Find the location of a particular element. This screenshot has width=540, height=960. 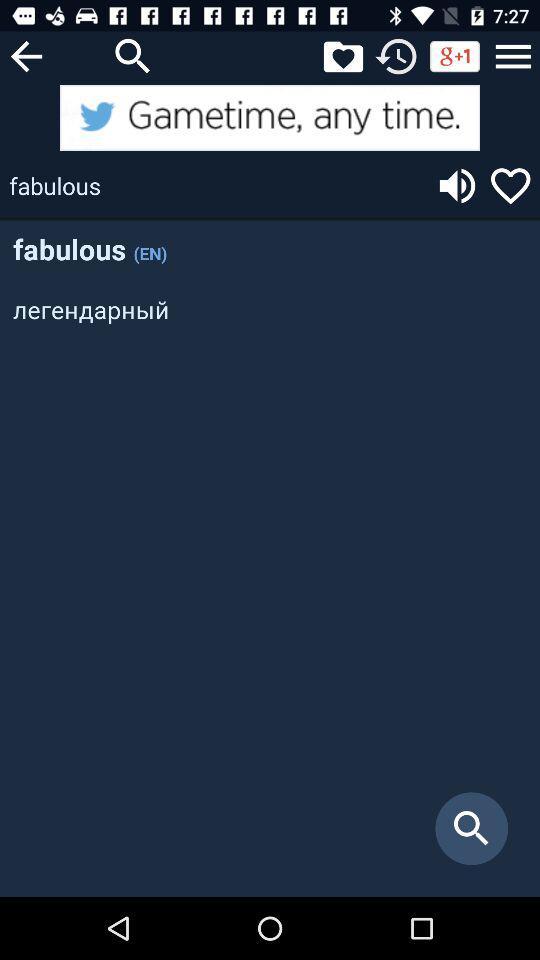

the history icon is located at coordinates (396, 55).